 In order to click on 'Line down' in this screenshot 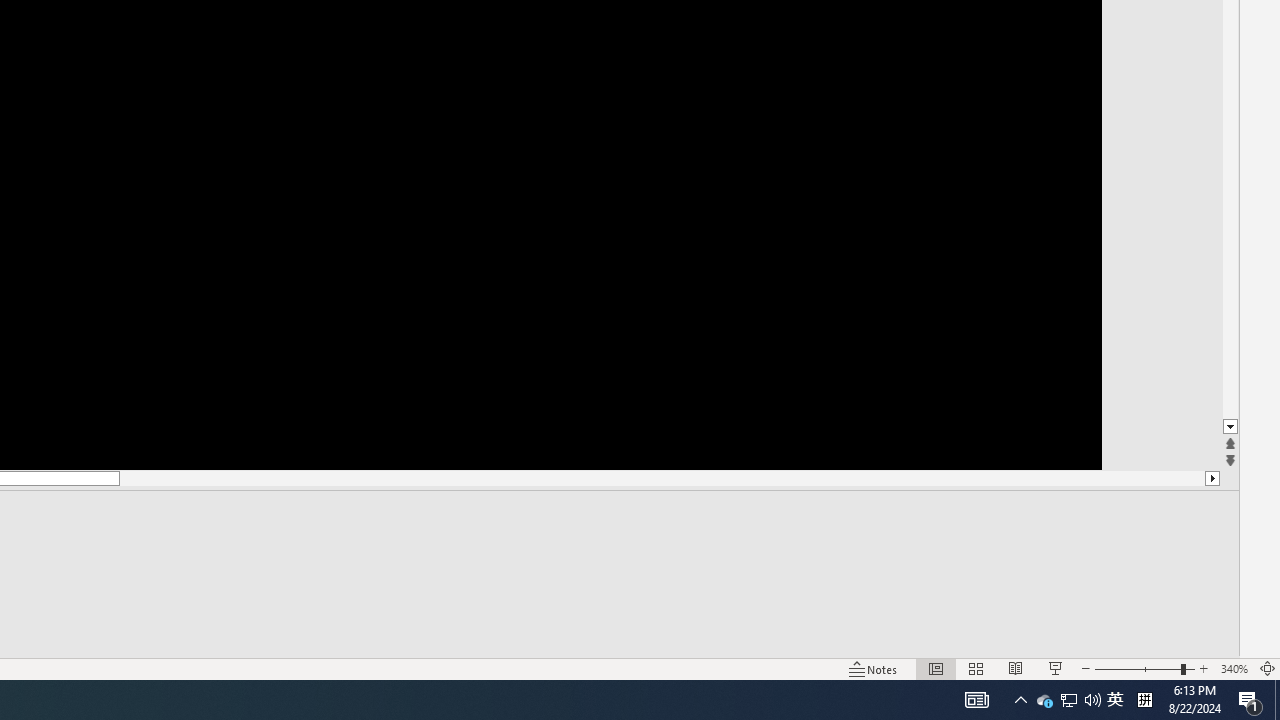, I will do `click(1229, 426)`.